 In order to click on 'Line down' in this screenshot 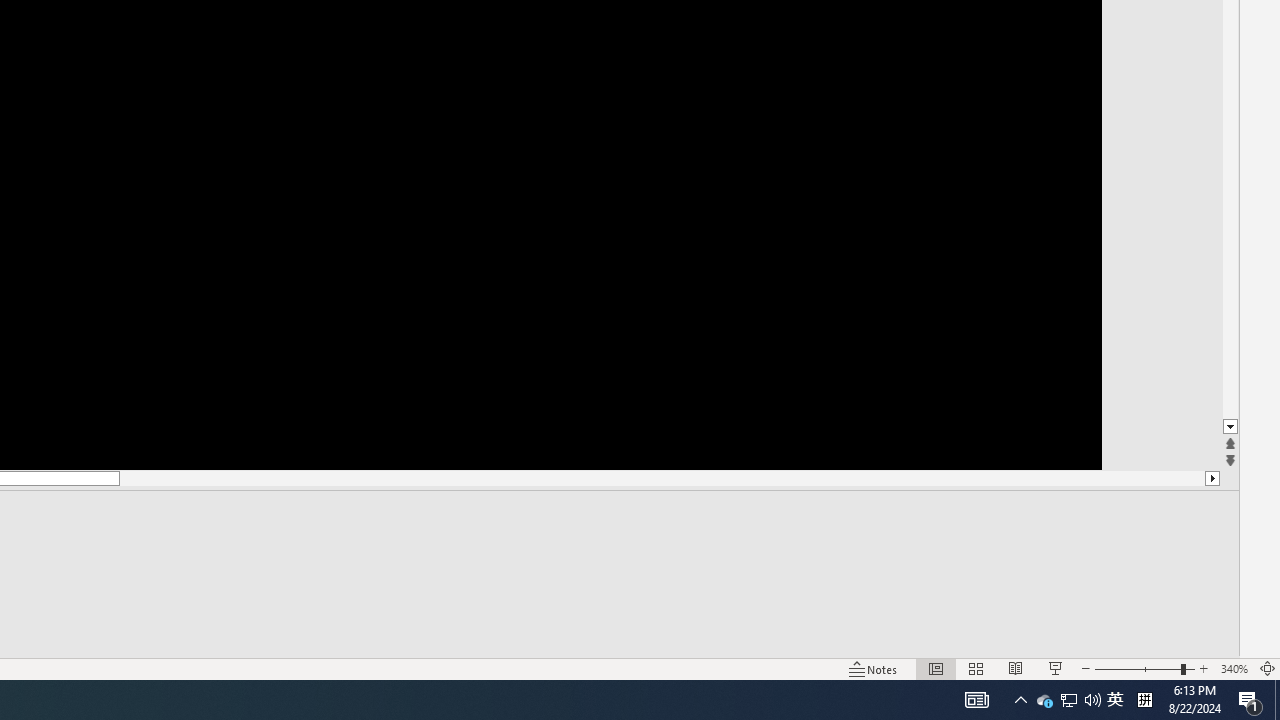, I will do `click(1229, 426)`.